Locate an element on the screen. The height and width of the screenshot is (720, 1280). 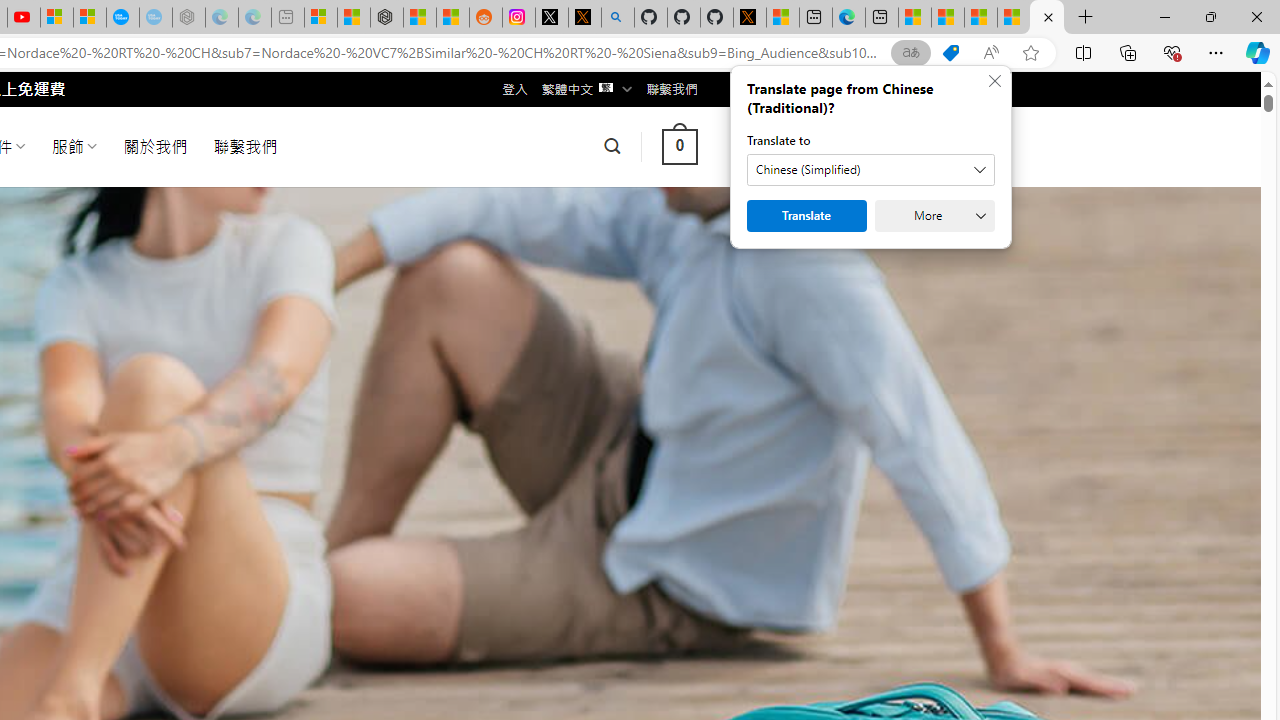
'  0  ' is located at coordinates (679, 145).